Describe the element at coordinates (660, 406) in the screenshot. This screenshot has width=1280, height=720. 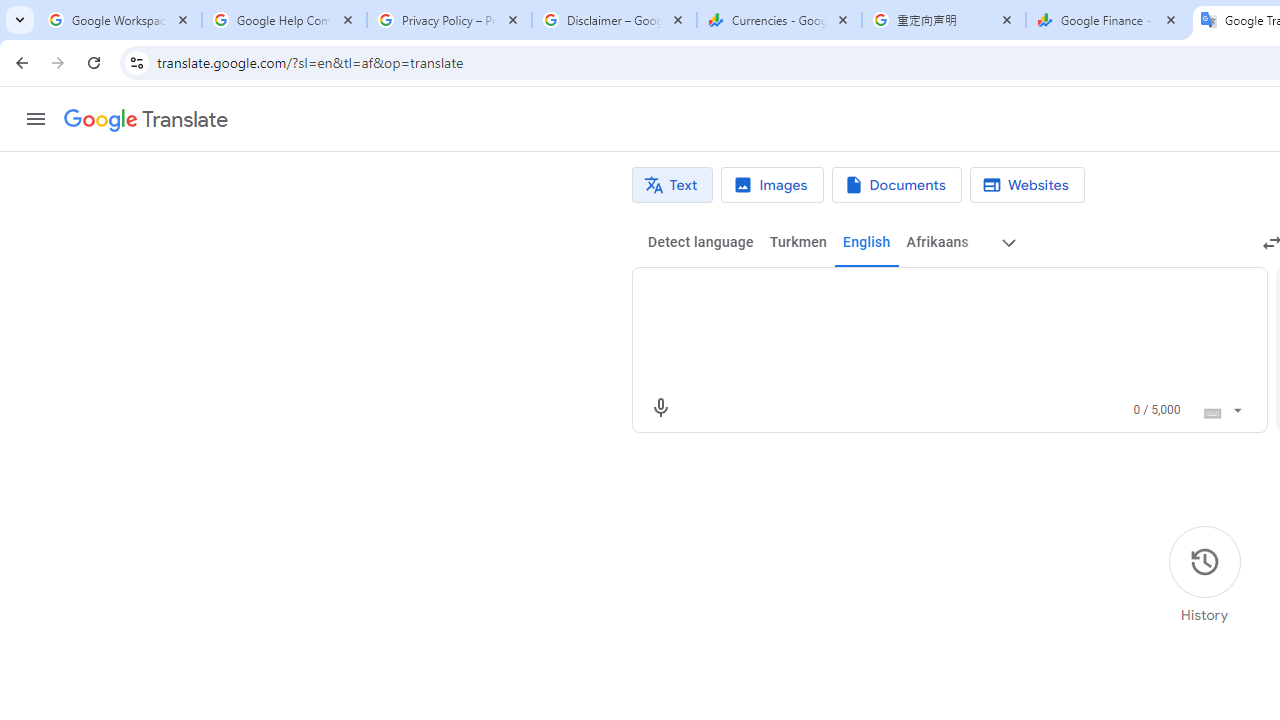
I see `'Translate by voice'` at that location.